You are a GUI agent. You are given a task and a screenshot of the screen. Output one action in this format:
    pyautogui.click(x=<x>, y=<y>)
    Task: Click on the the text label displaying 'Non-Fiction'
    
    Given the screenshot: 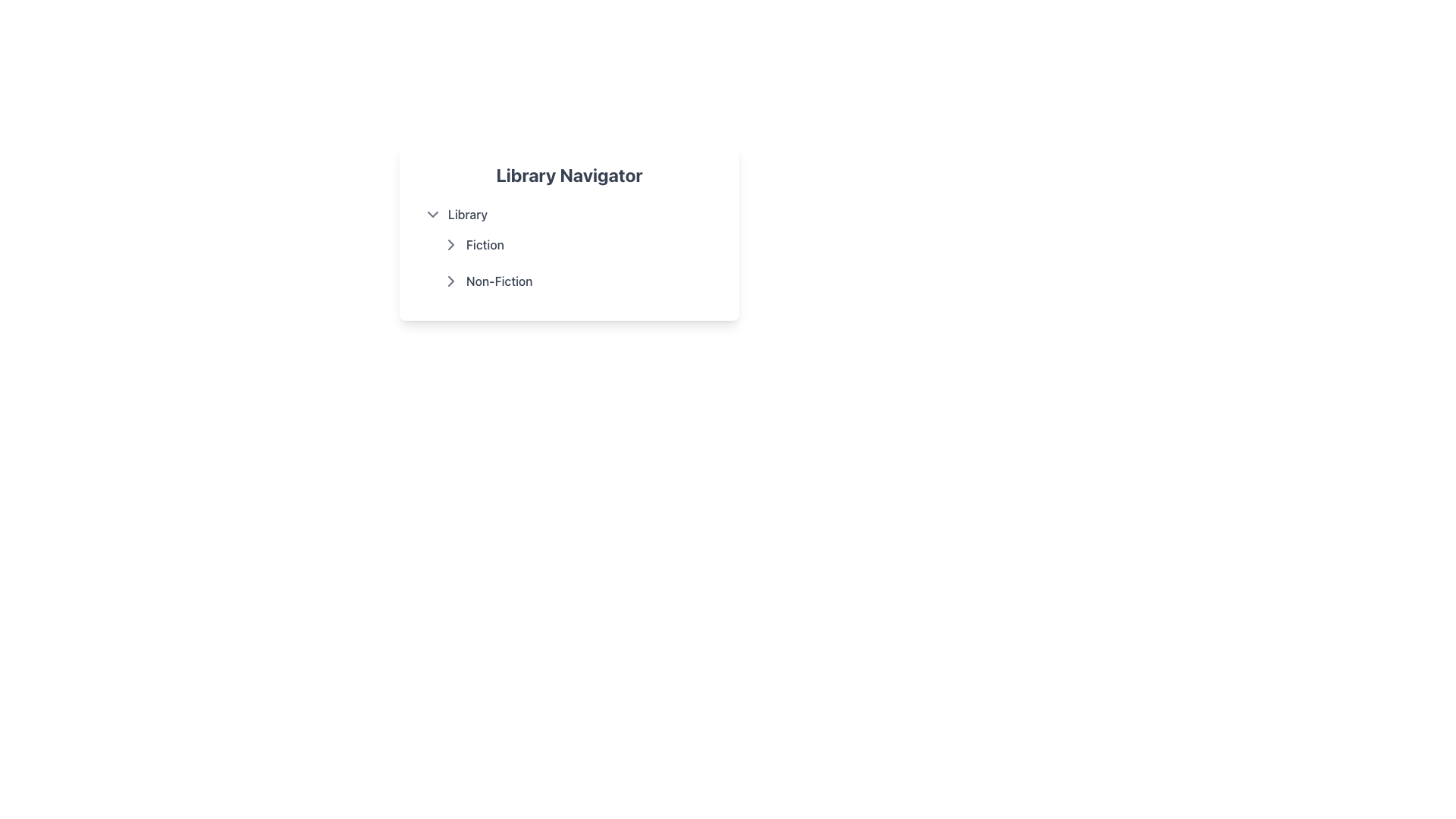 What is the action you would take?
    pyautogui.click(x=499, y=281)
    